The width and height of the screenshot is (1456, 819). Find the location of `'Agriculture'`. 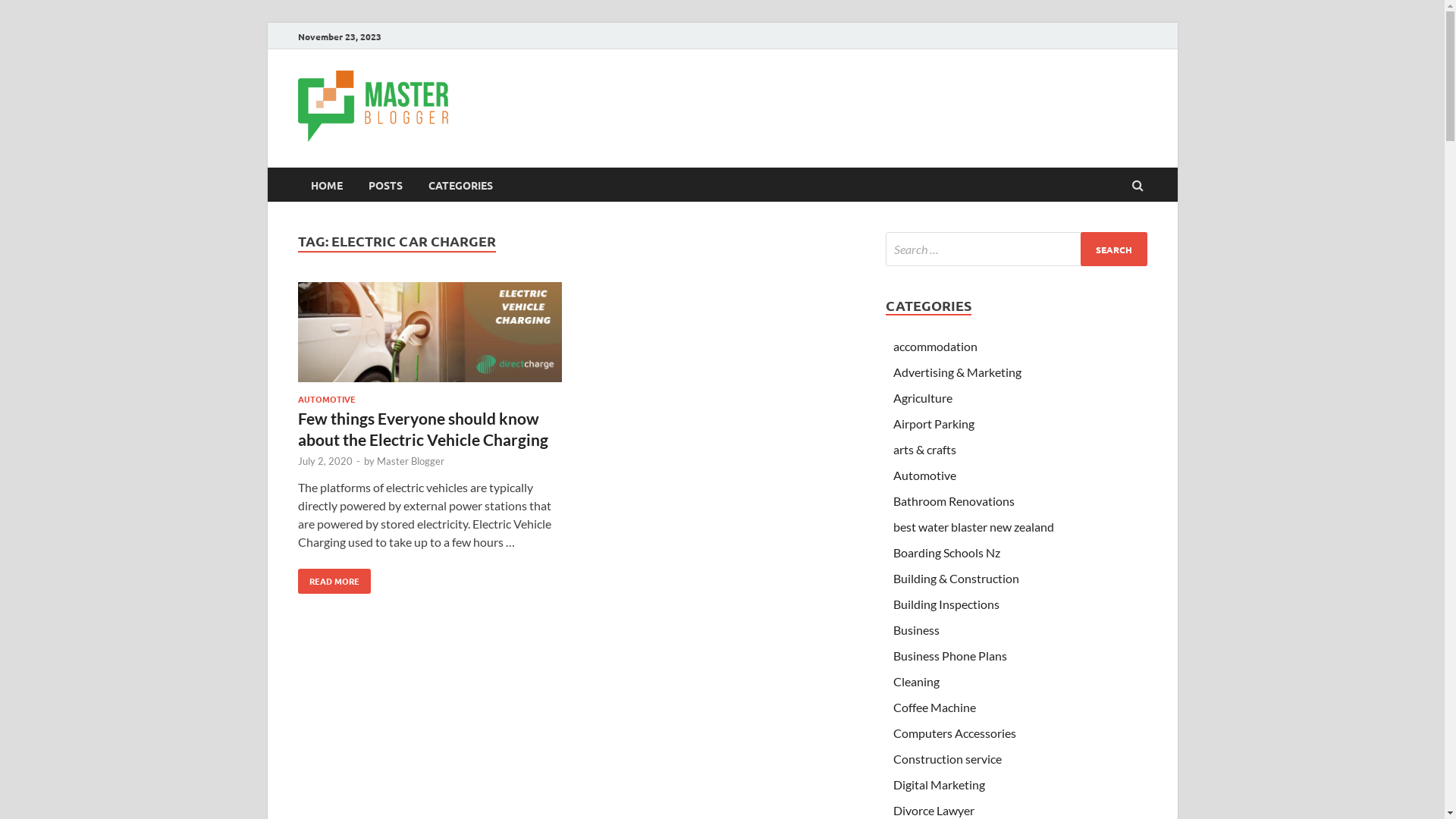

'Agriculture' is located at coordinates (893, 397).